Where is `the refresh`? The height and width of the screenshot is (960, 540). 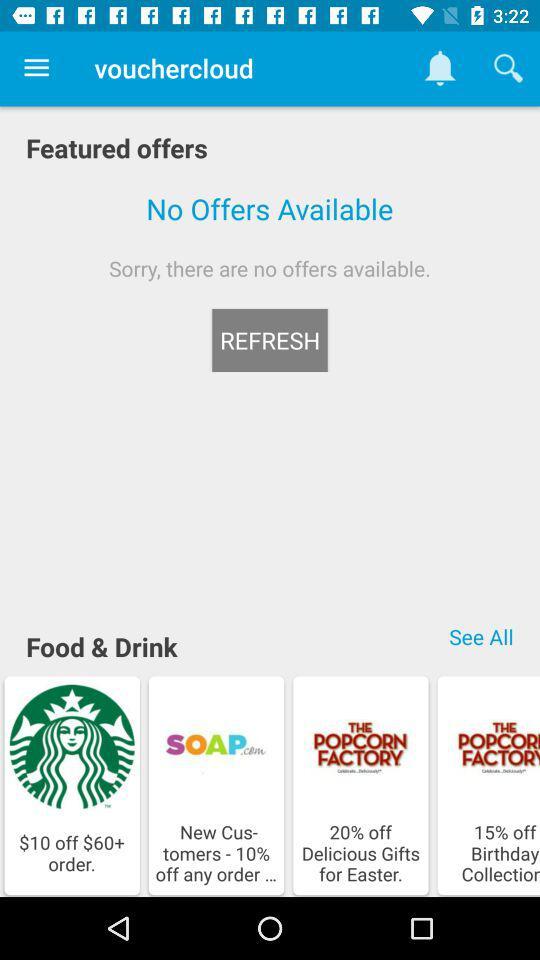
the refresh is located at coordinates (270, 340).